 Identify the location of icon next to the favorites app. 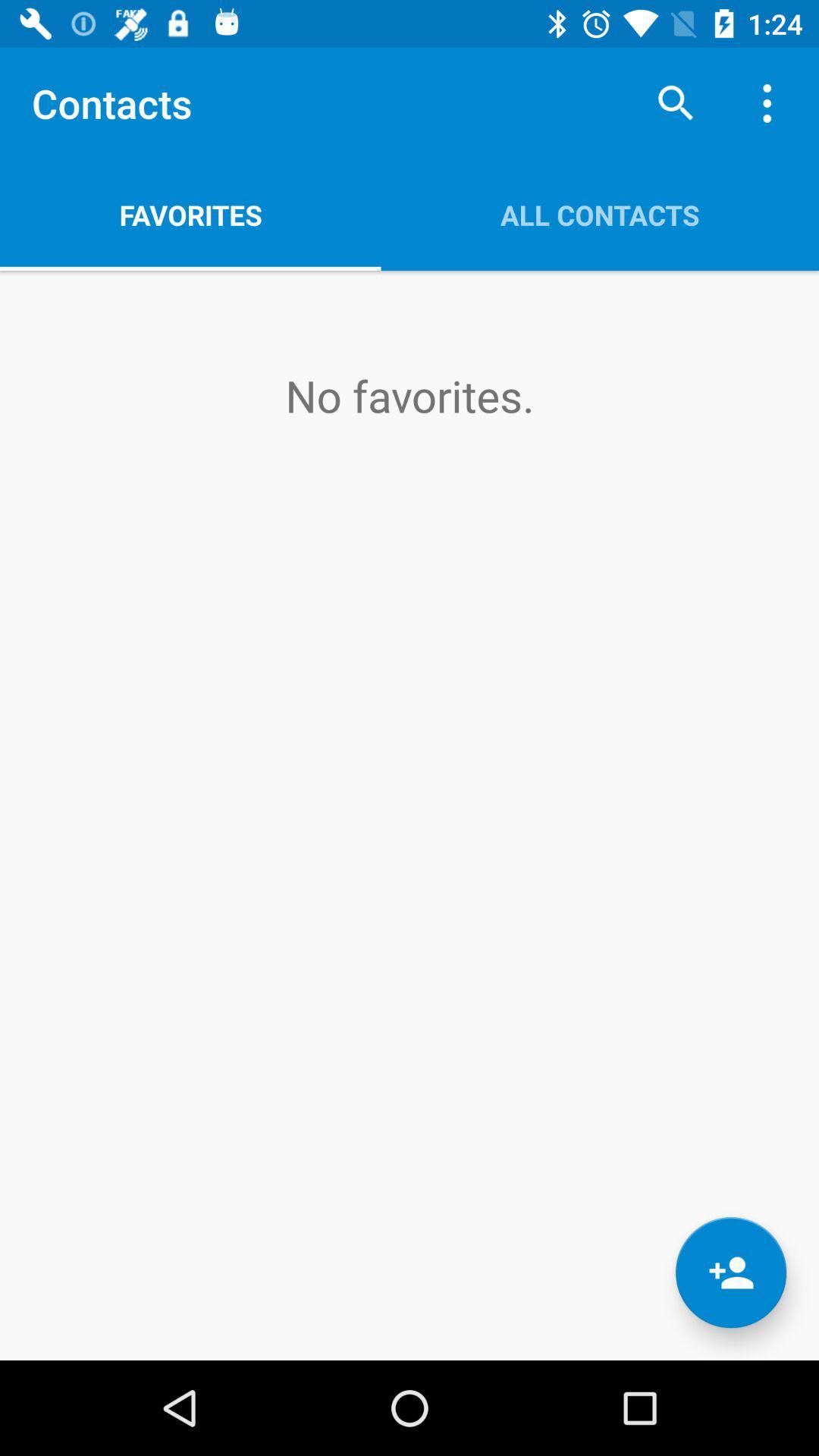
(599, 214).